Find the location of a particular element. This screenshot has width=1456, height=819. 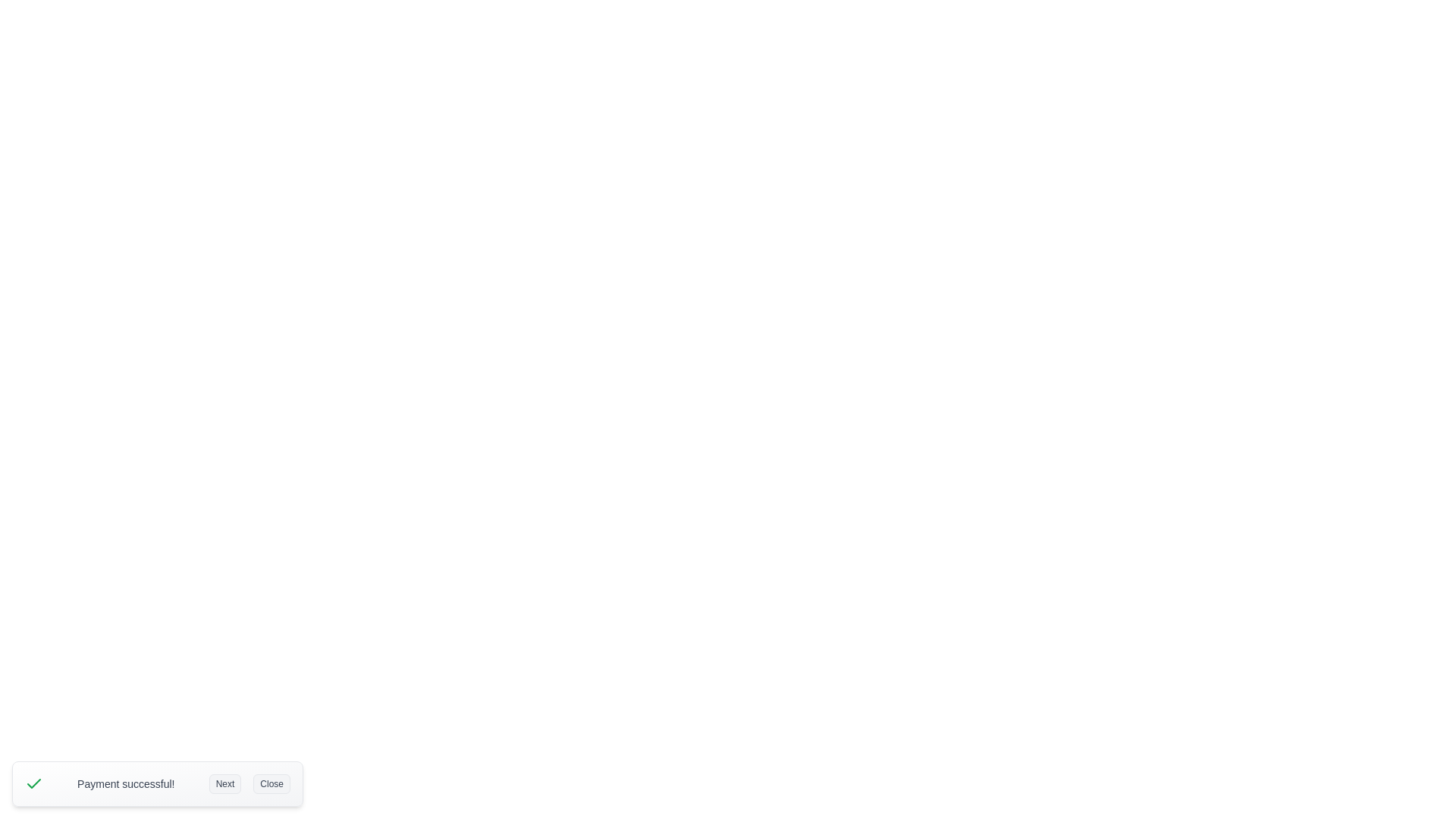

the 'Next' button to cycle through notifications is located at coordinates (224, 783).